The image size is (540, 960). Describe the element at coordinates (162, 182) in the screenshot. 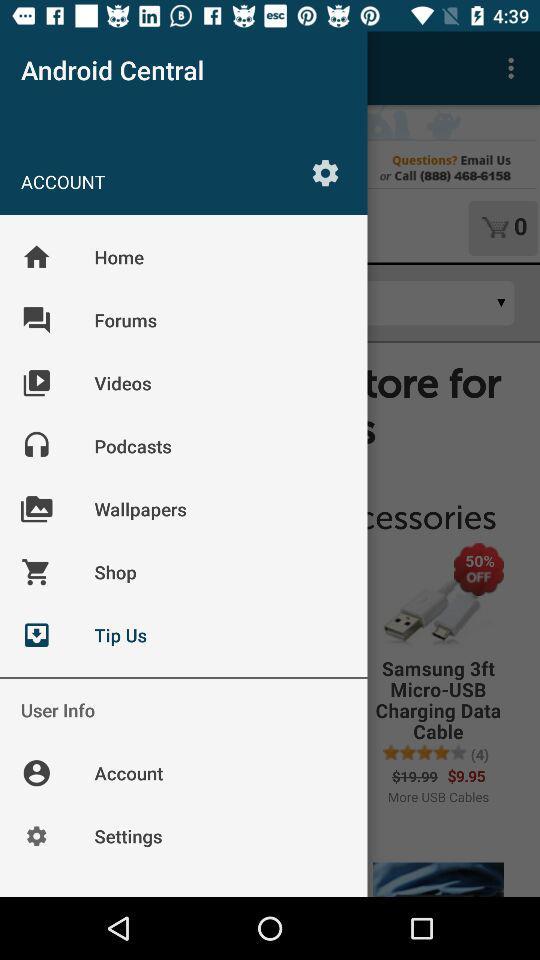

I see `the text which is left side of the settings` at that location.